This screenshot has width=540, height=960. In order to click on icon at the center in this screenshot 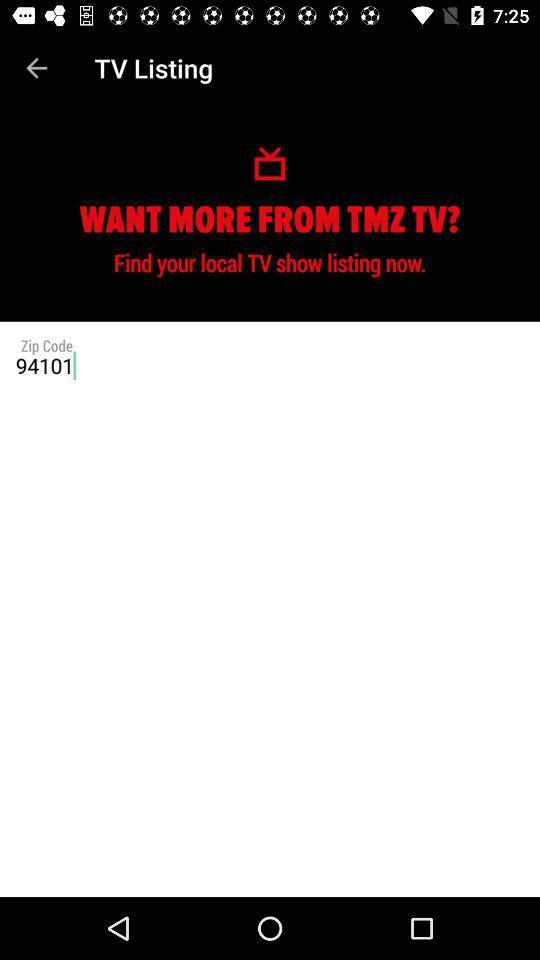, I will do `click(270, 364)`.